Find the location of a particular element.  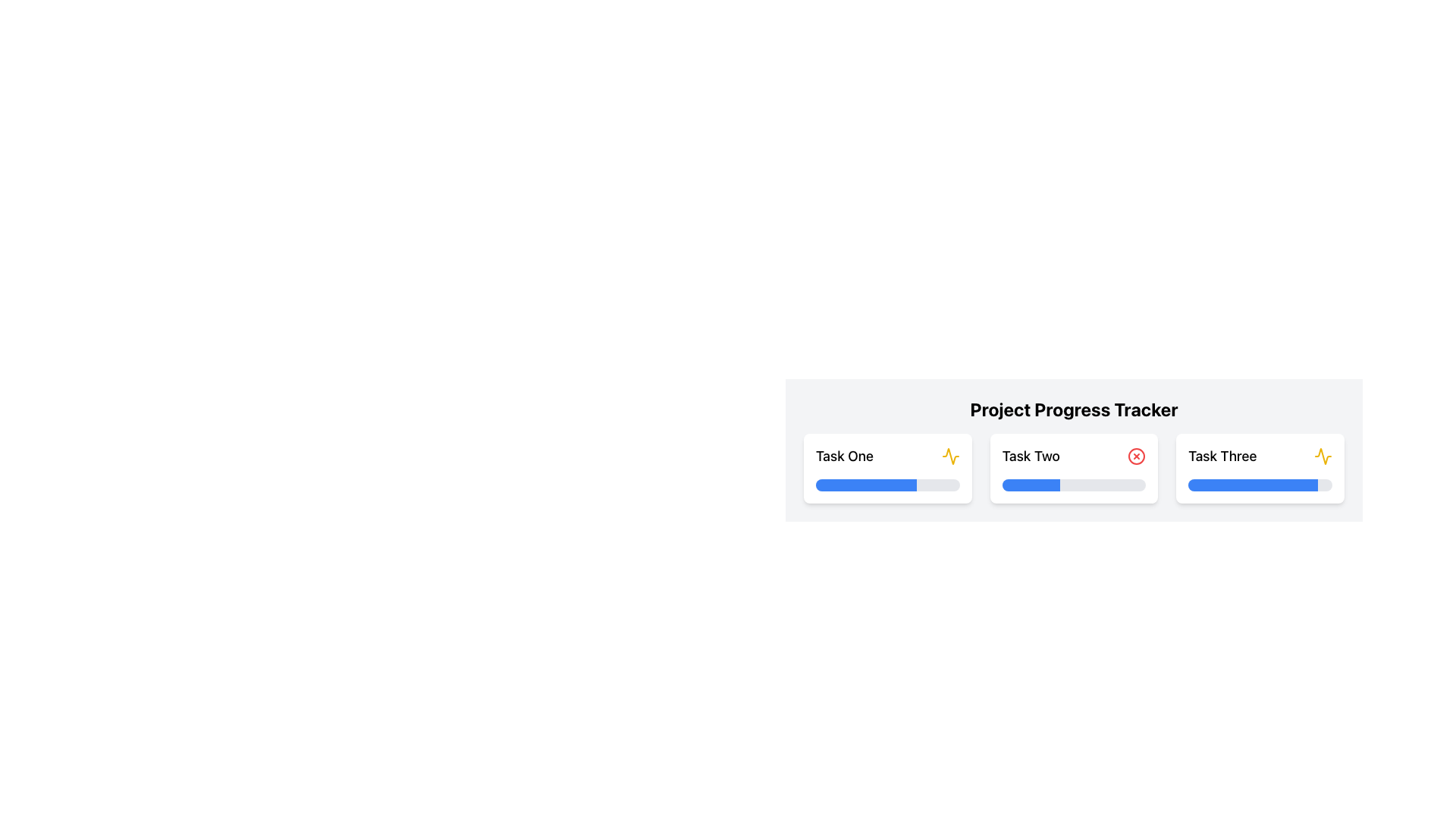

the red circular icon with a cross inside, located within the 'Task Two' card under the 'Project Progress Tracker' section is located at coordinates (1137, 455).